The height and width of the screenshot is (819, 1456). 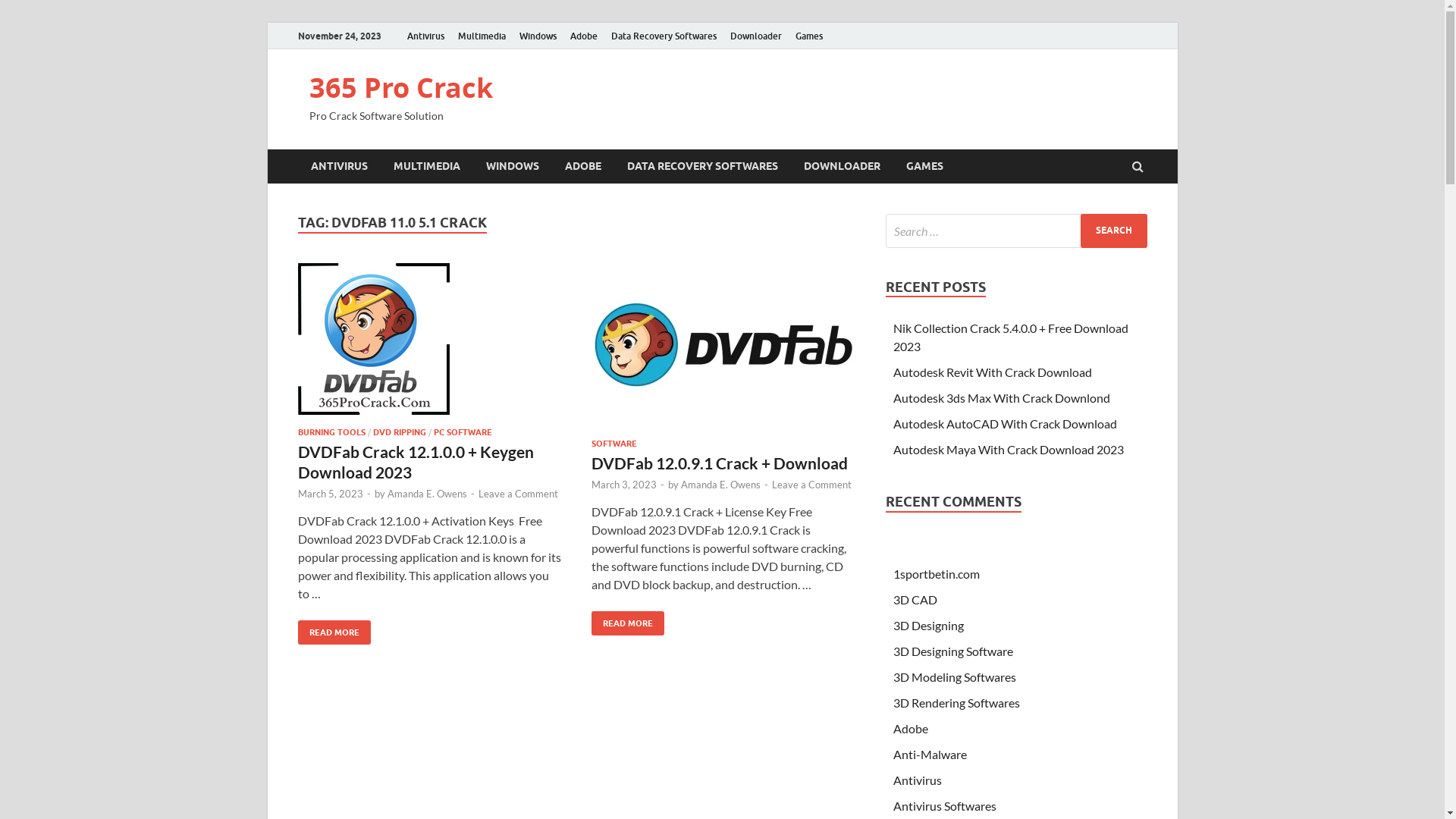 I want to click on '3D Rendering Softwares', so click(x=955, y=702).